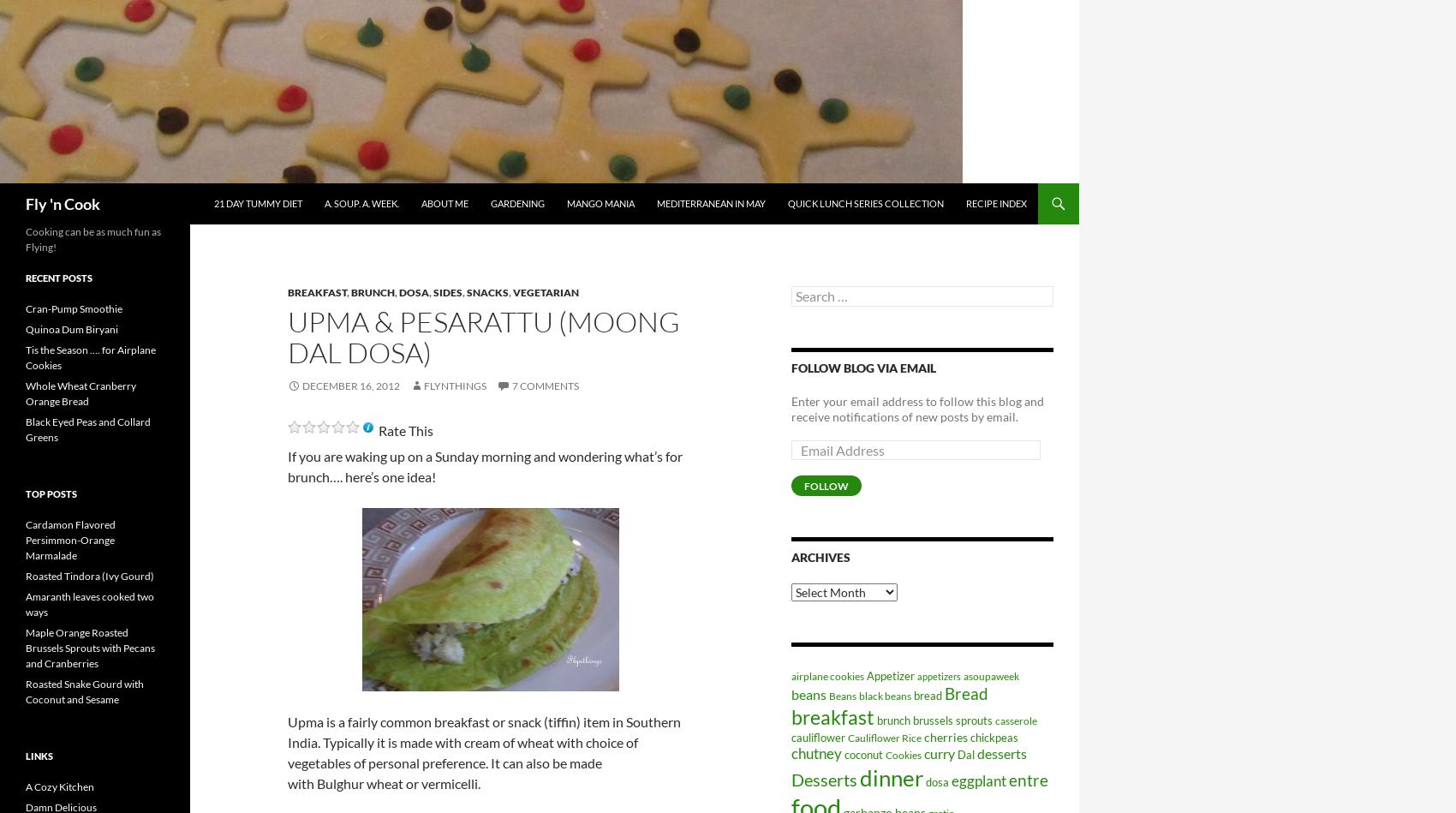 The width and height of the screenshot is (1456, 813). Describe the element at coordinates (455, 386) in the screenshot. I see `'flynthings'` at that location.